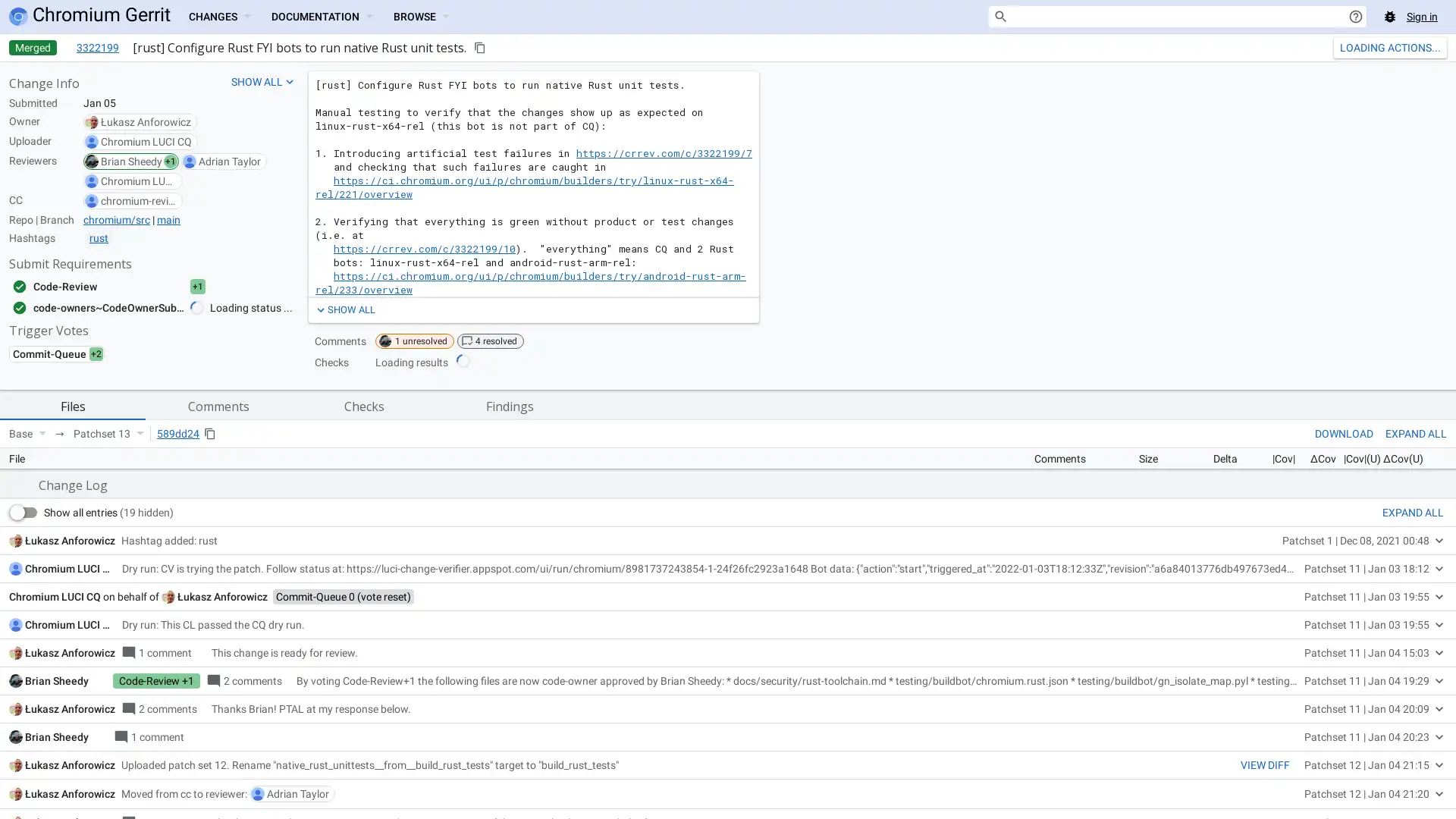  Describe the element at coordinates (69, 778) in the screenshot. I see `Chromium LUCI CQ` at that location.